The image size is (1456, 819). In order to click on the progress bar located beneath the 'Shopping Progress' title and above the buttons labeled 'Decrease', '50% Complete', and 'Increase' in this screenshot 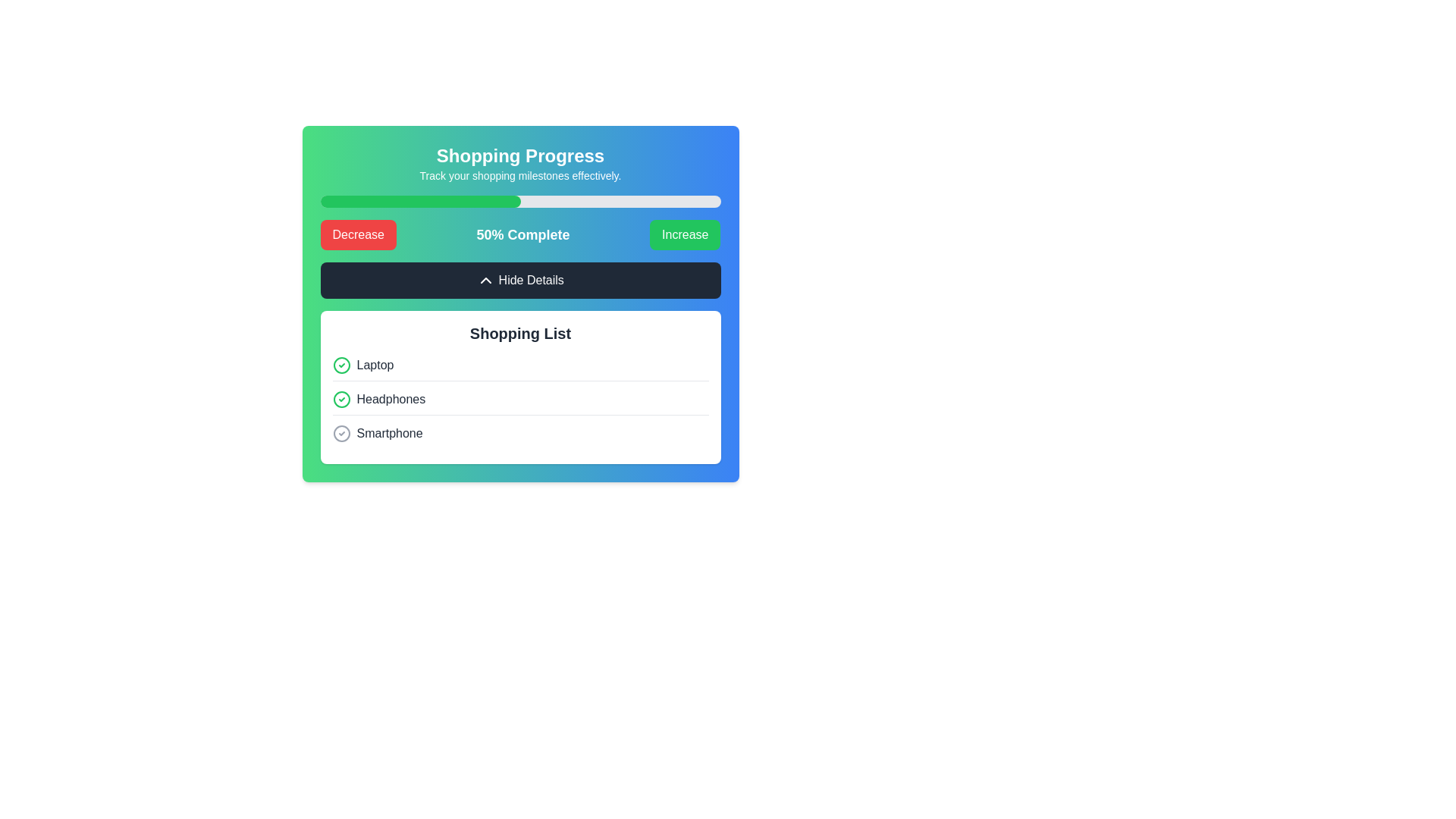, I will do `click(520, 201)`.